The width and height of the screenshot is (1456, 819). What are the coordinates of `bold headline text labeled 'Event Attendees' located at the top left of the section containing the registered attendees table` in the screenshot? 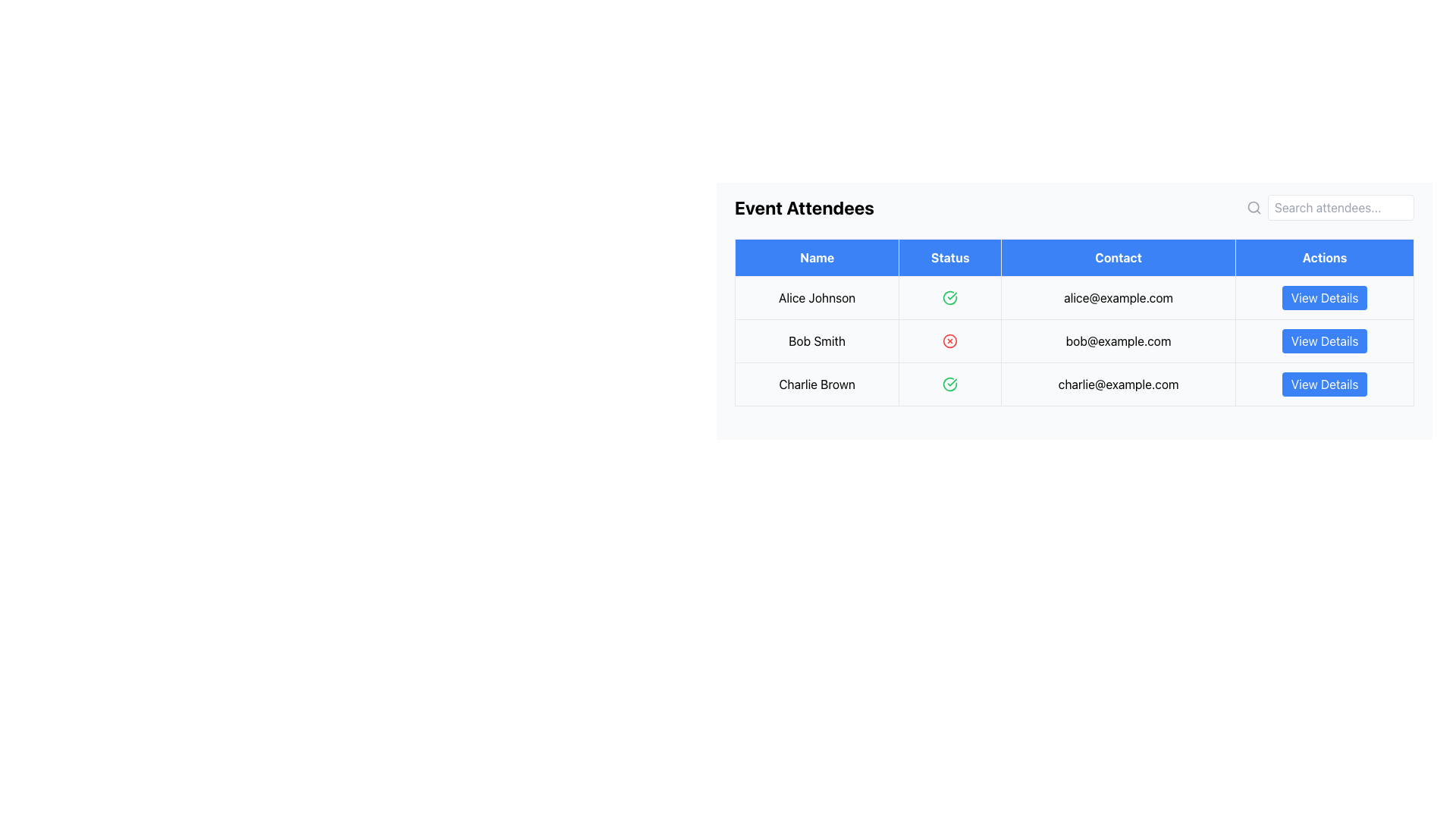 It's located at (803, 207).